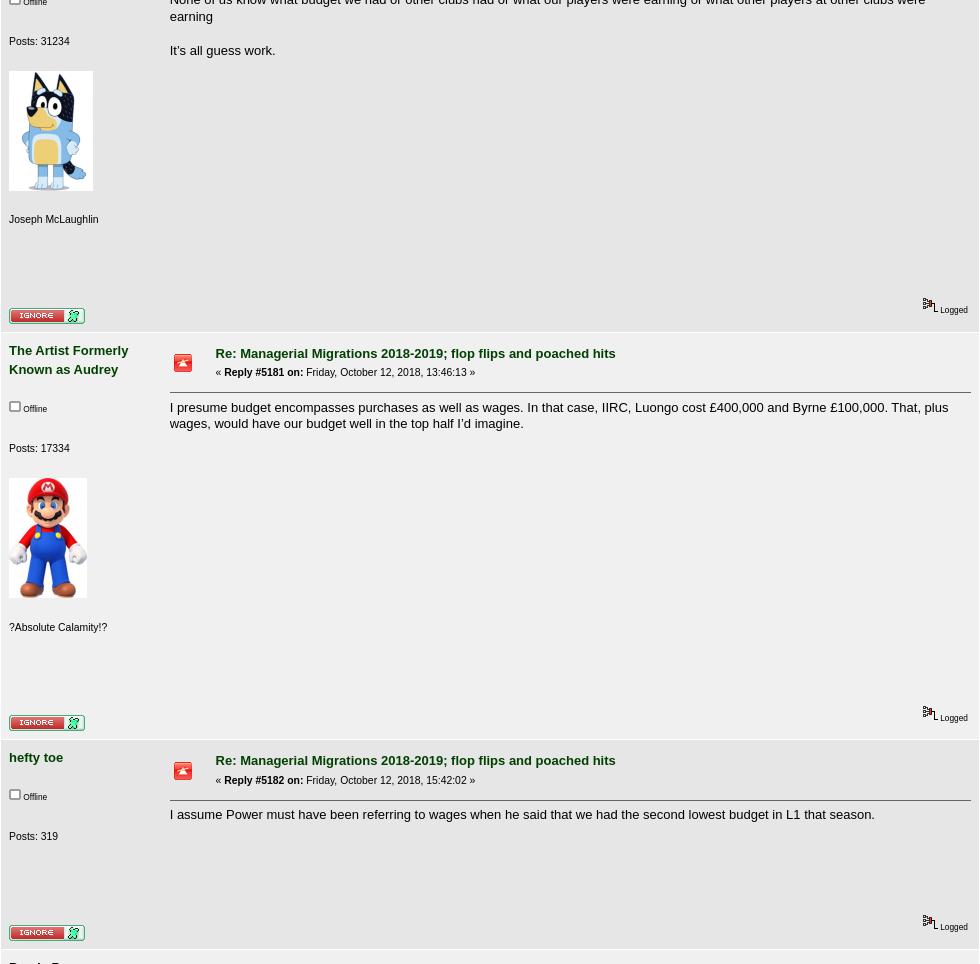 The image size is (980, 964). Describe the element at coordinates (58, 626) in the screenshot. I see `'?Absolute Calamity!?'` at that location.